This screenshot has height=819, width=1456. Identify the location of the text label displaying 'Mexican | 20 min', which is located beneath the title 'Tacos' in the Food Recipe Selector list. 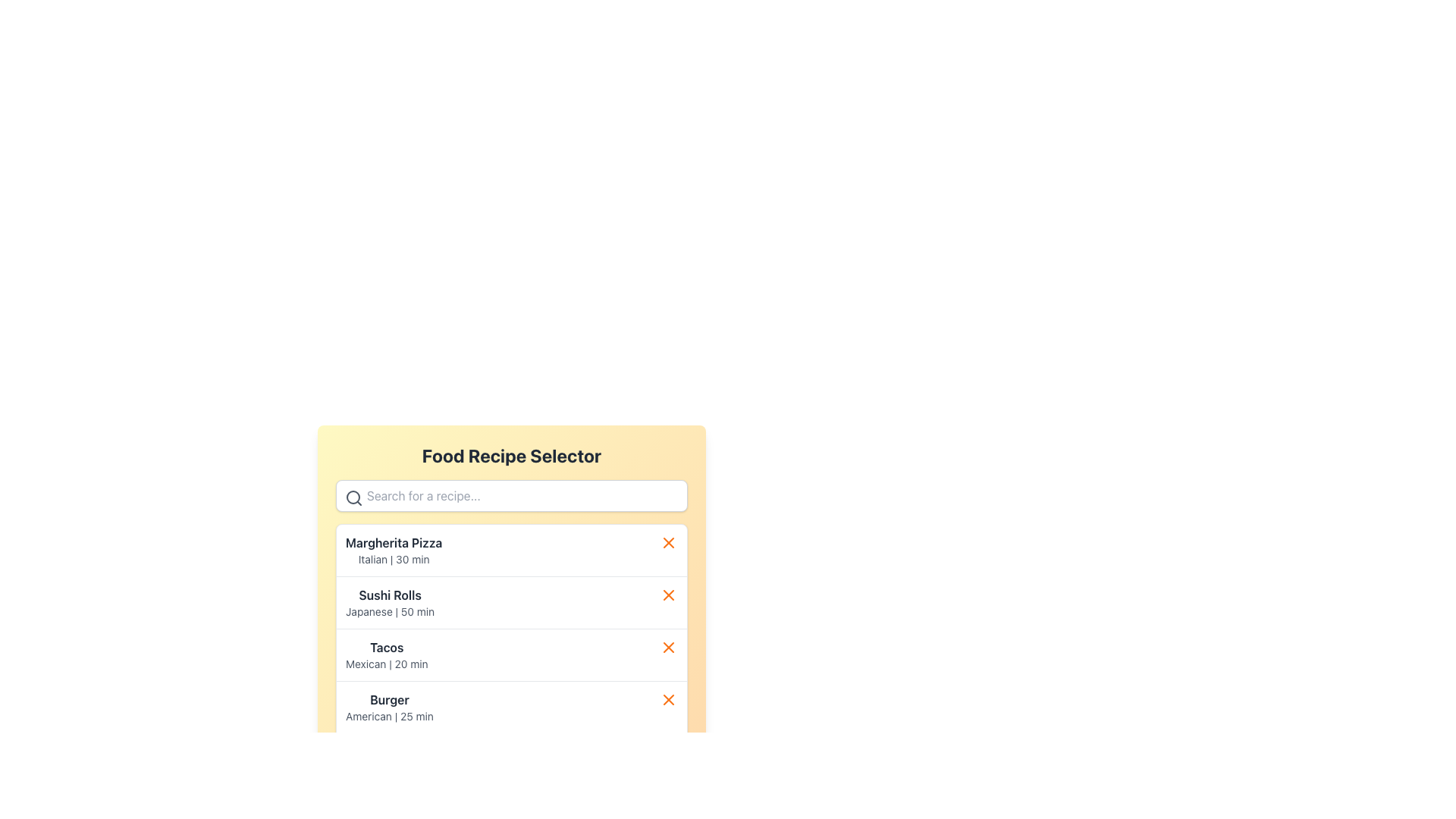
(387, 663).